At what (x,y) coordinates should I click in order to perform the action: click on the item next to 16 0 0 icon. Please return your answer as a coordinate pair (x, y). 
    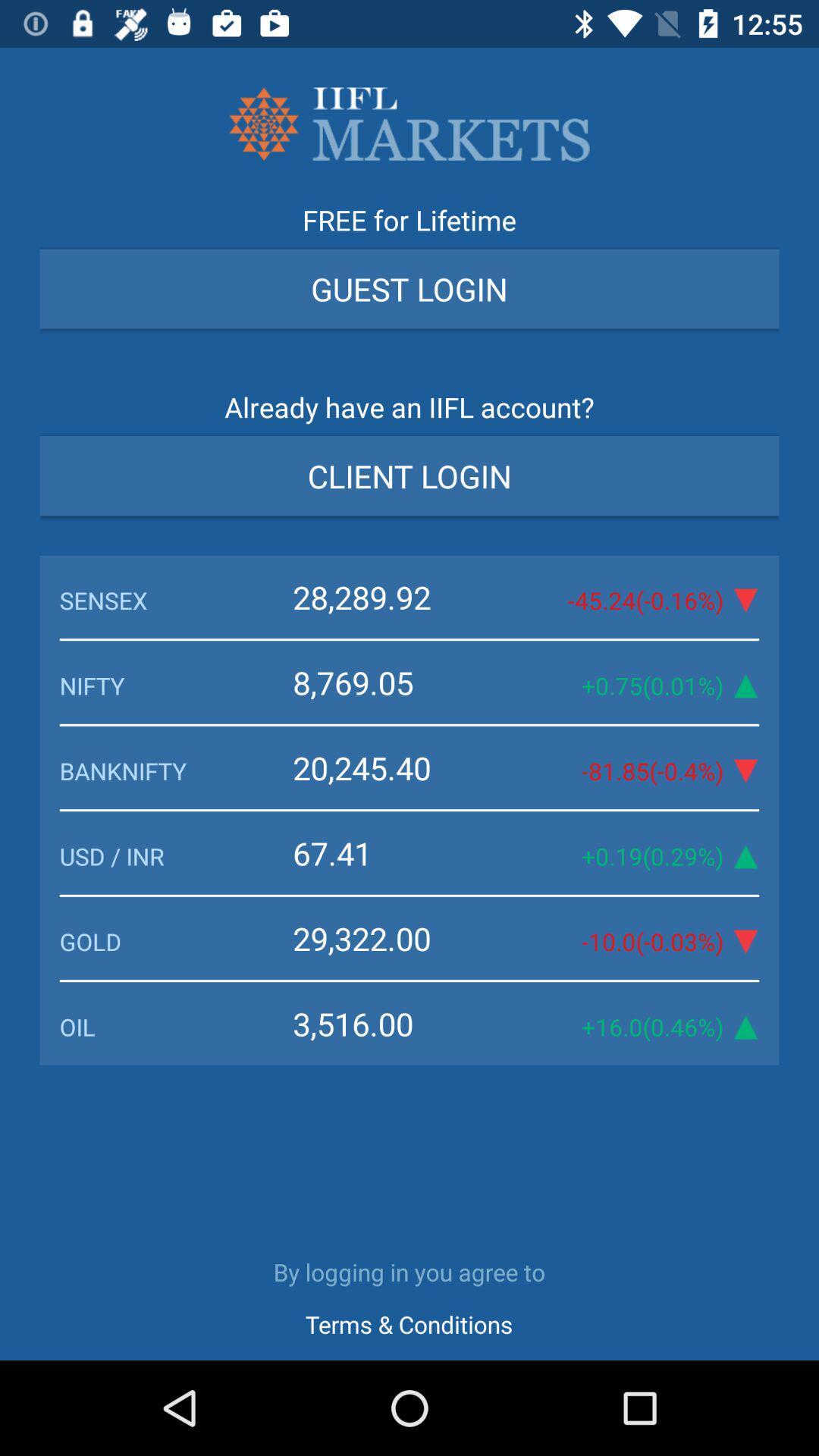
    Looking at the image, I should click on (397, 1023).